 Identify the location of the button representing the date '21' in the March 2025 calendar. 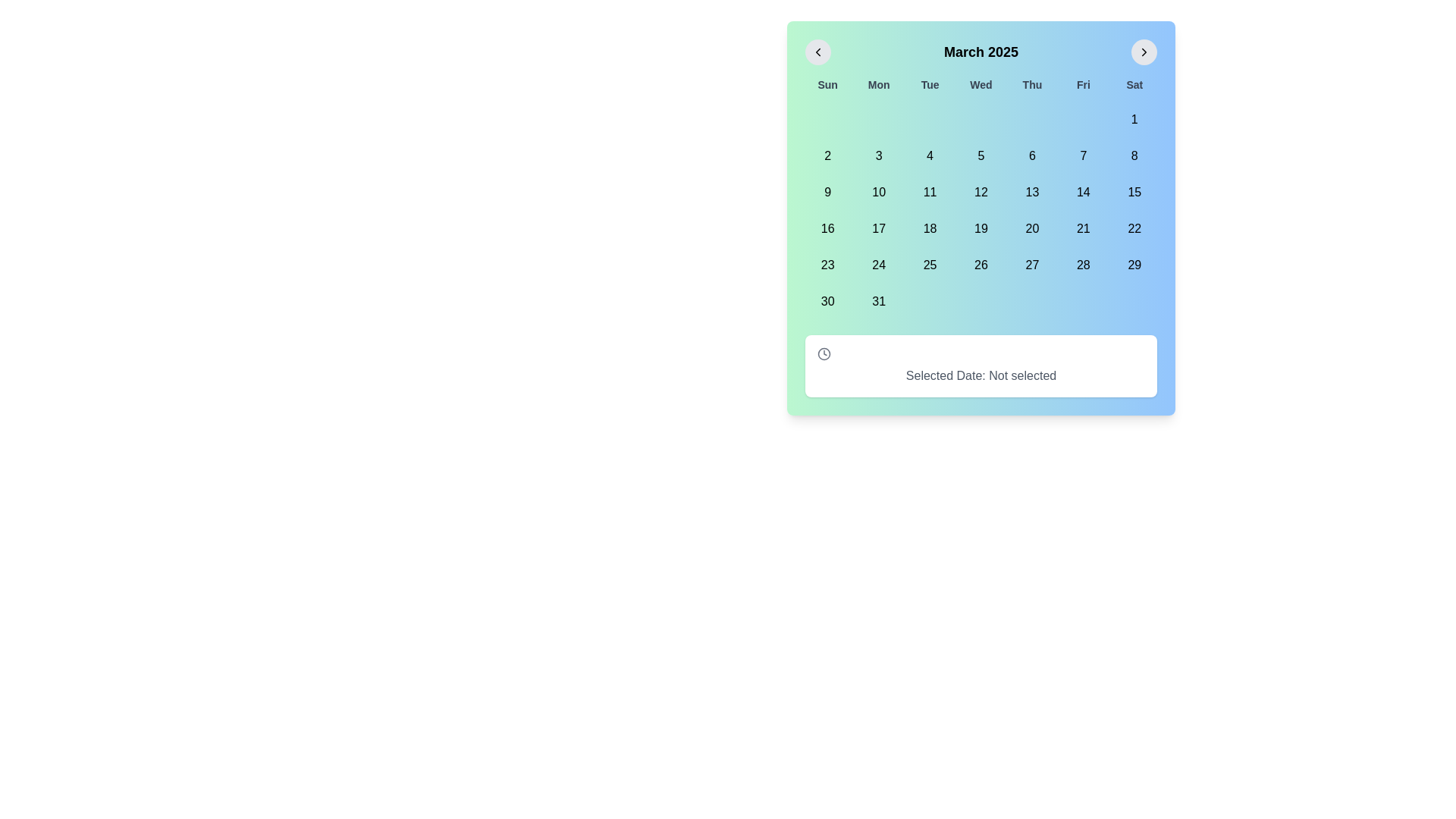
(1082, 228).